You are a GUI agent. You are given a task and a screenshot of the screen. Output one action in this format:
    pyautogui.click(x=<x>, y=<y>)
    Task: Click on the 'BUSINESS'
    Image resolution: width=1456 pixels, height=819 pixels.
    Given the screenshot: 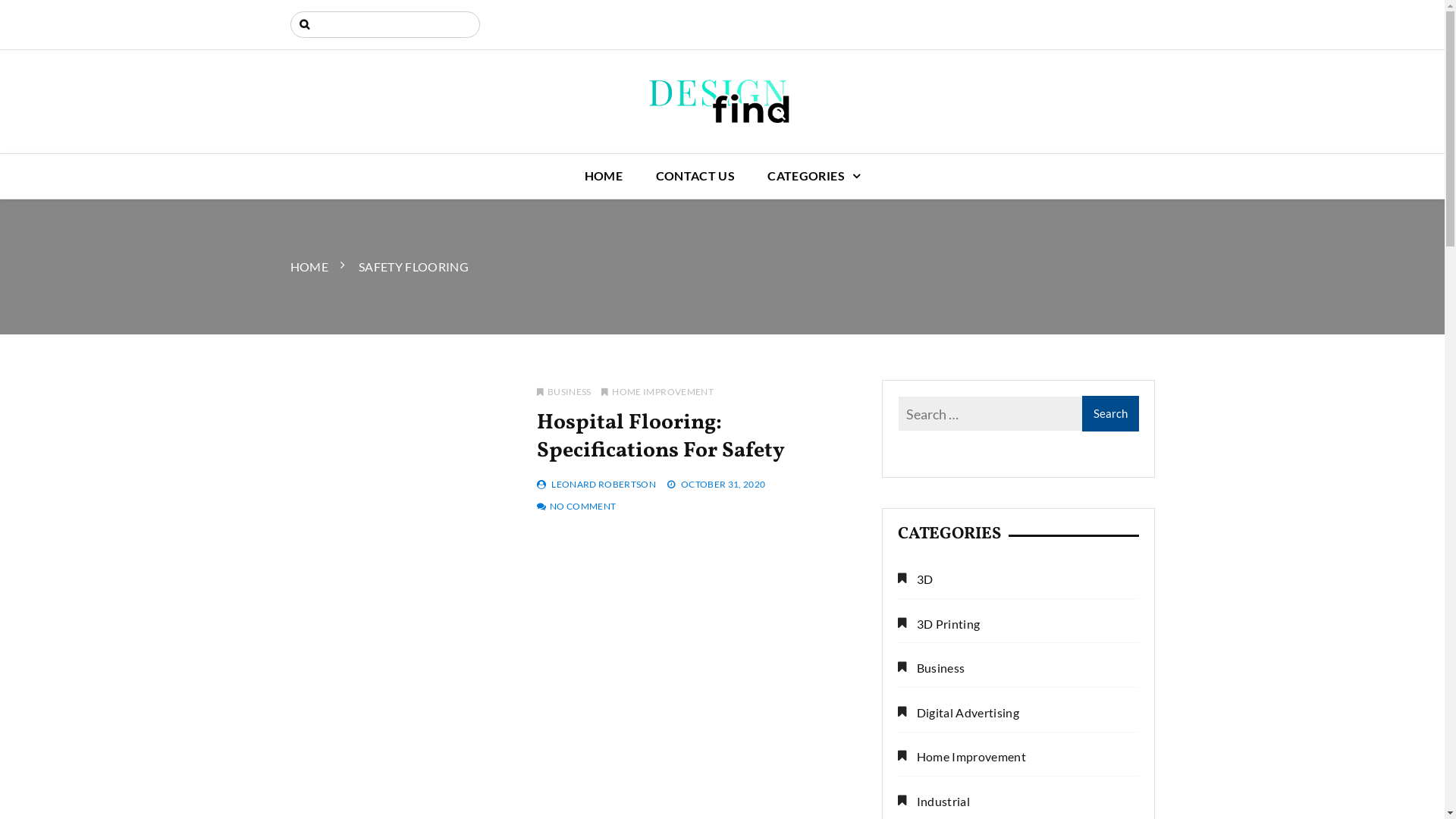 What is the action you would take?
    pyautogui.click(x=563, y=391)
    